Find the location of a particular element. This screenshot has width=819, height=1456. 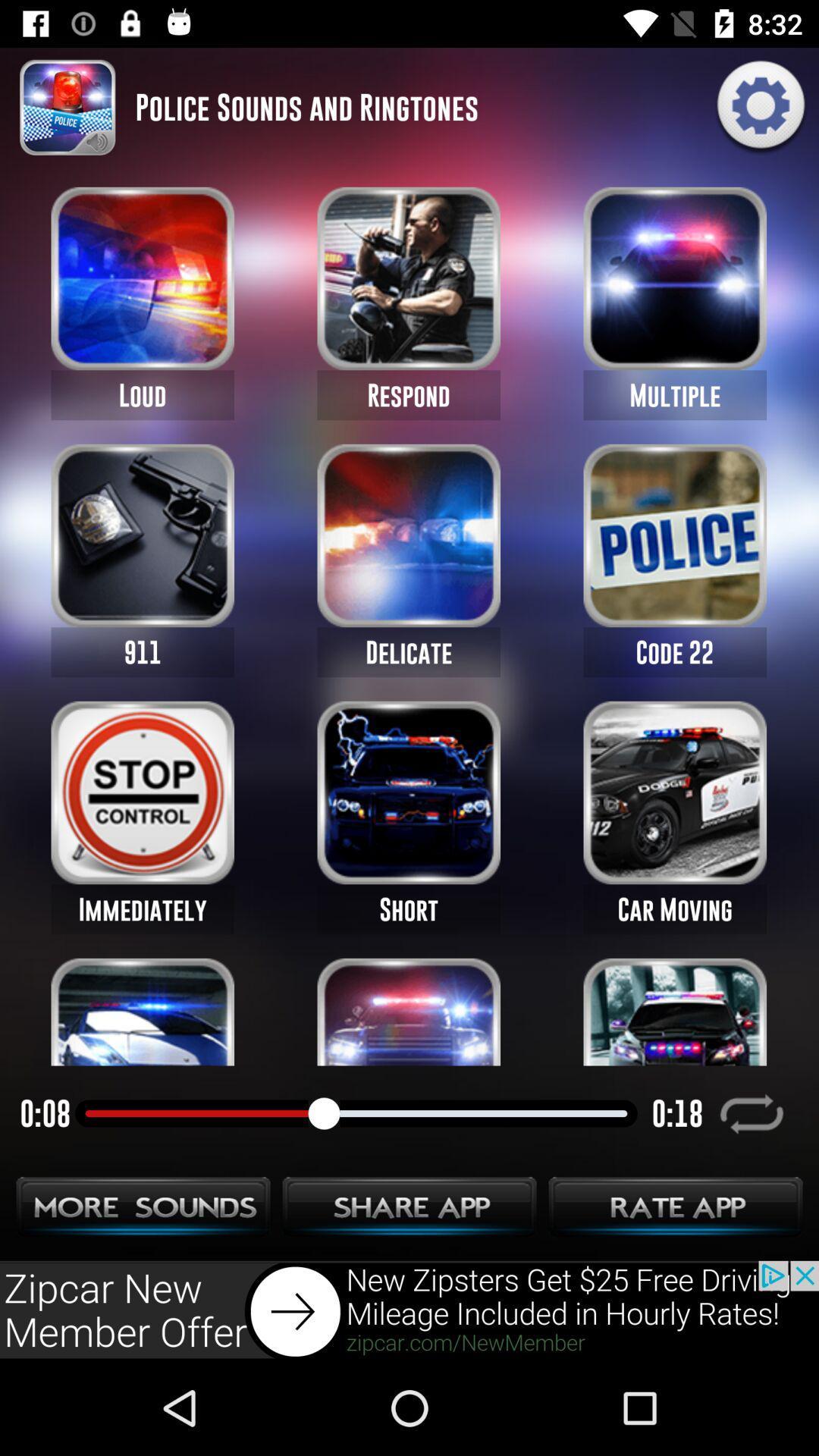

the image above code 22 is located at coordinates (674, 535).